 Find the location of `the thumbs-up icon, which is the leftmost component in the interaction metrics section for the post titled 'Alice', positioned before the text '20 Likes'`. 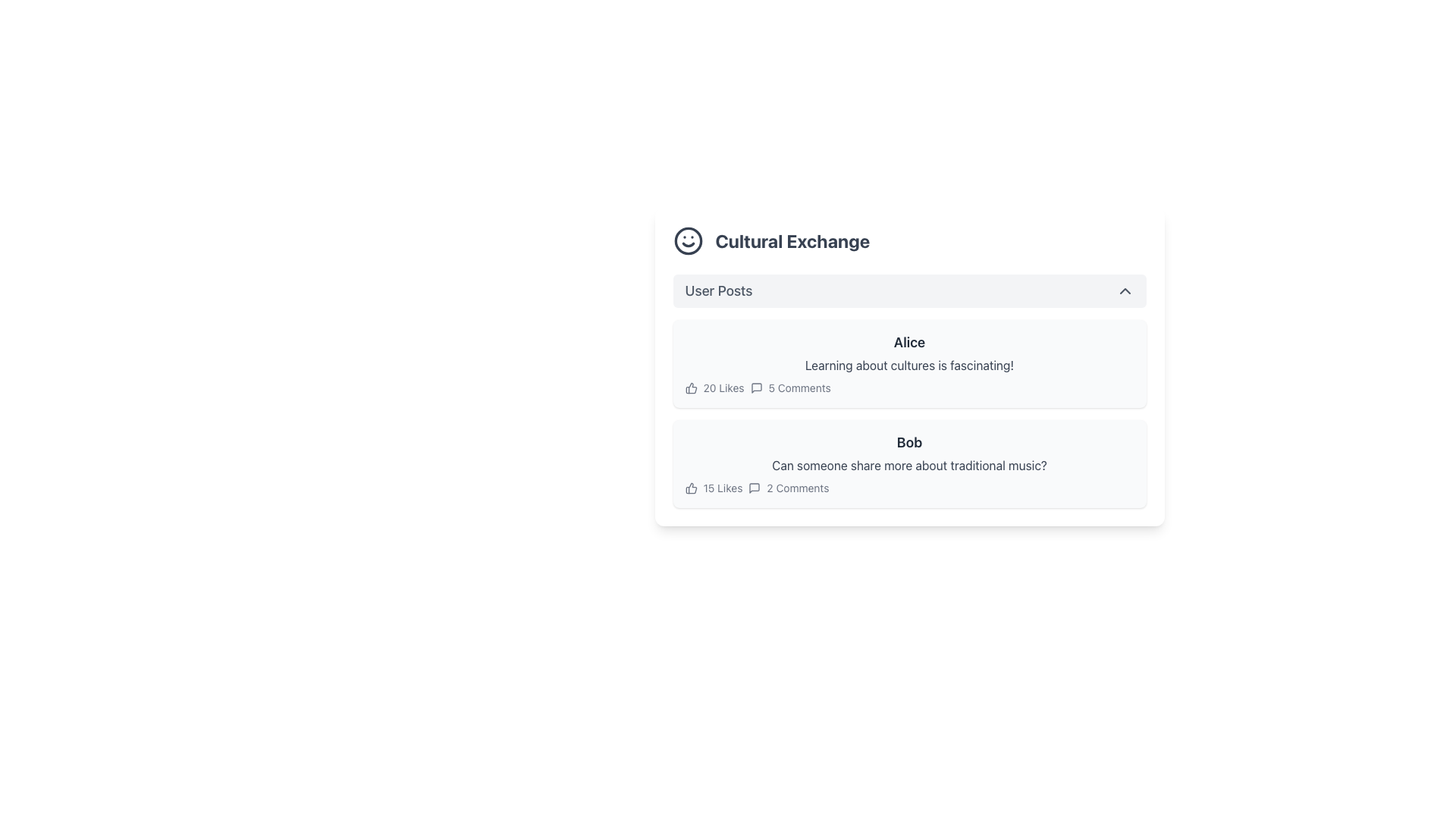

the thumbs-up icon, which is the leftmost component in the interaction metrics section for the post titled 'Alice', positioned before the text '20 Likes' is located at coordinates (690, 388).